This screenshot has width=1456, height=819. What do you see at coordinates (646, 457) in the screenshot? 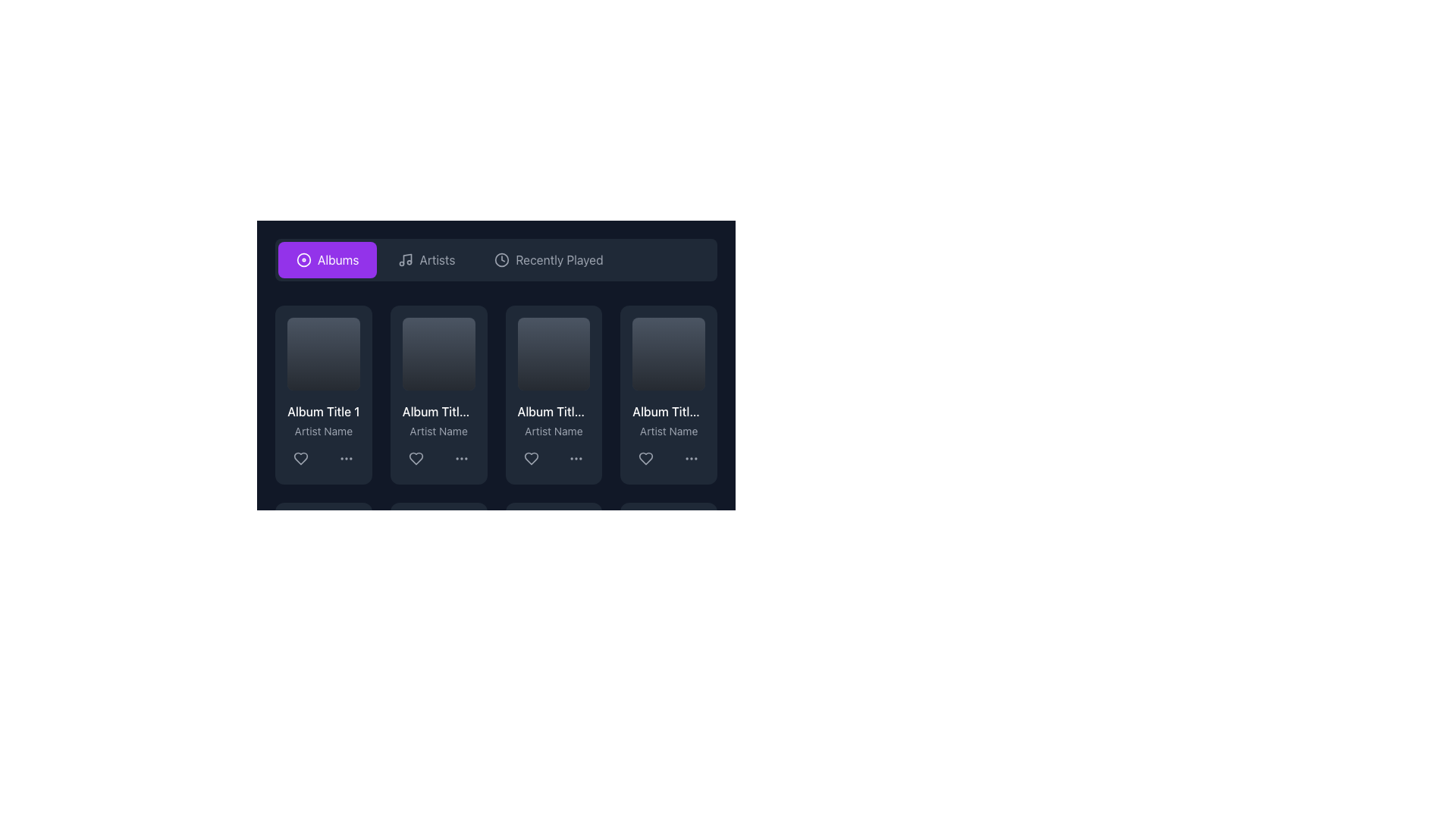
I see `the heart icon button that functions as a 'like' or 'favorite' button for the associated album titled 'Album Title 4' by 'Artist Name'` at bounding box center [646, 457].